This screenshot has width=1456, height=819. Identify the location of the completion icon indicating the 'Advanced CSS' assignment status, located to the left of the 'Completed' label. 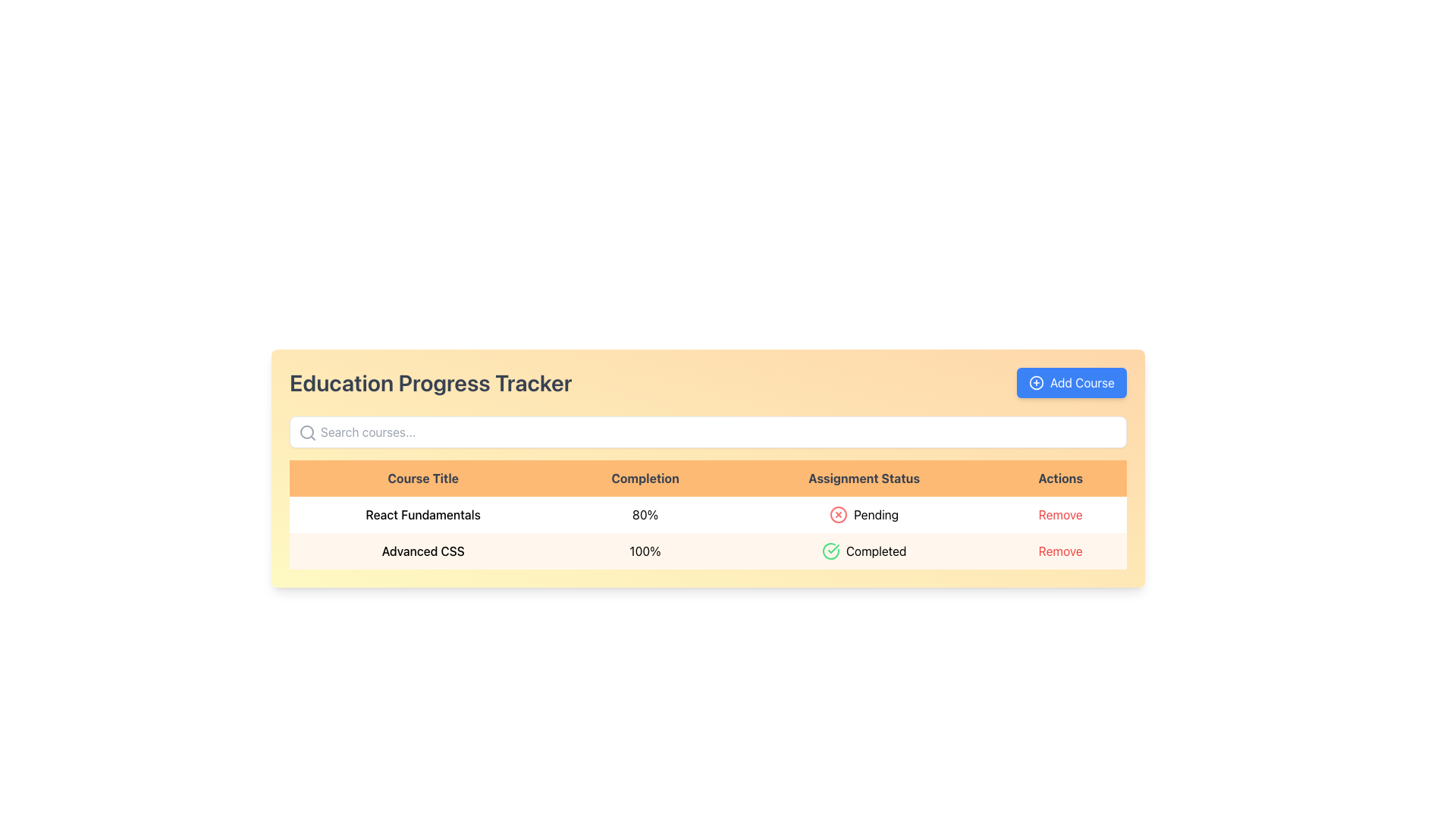
(830, 551).